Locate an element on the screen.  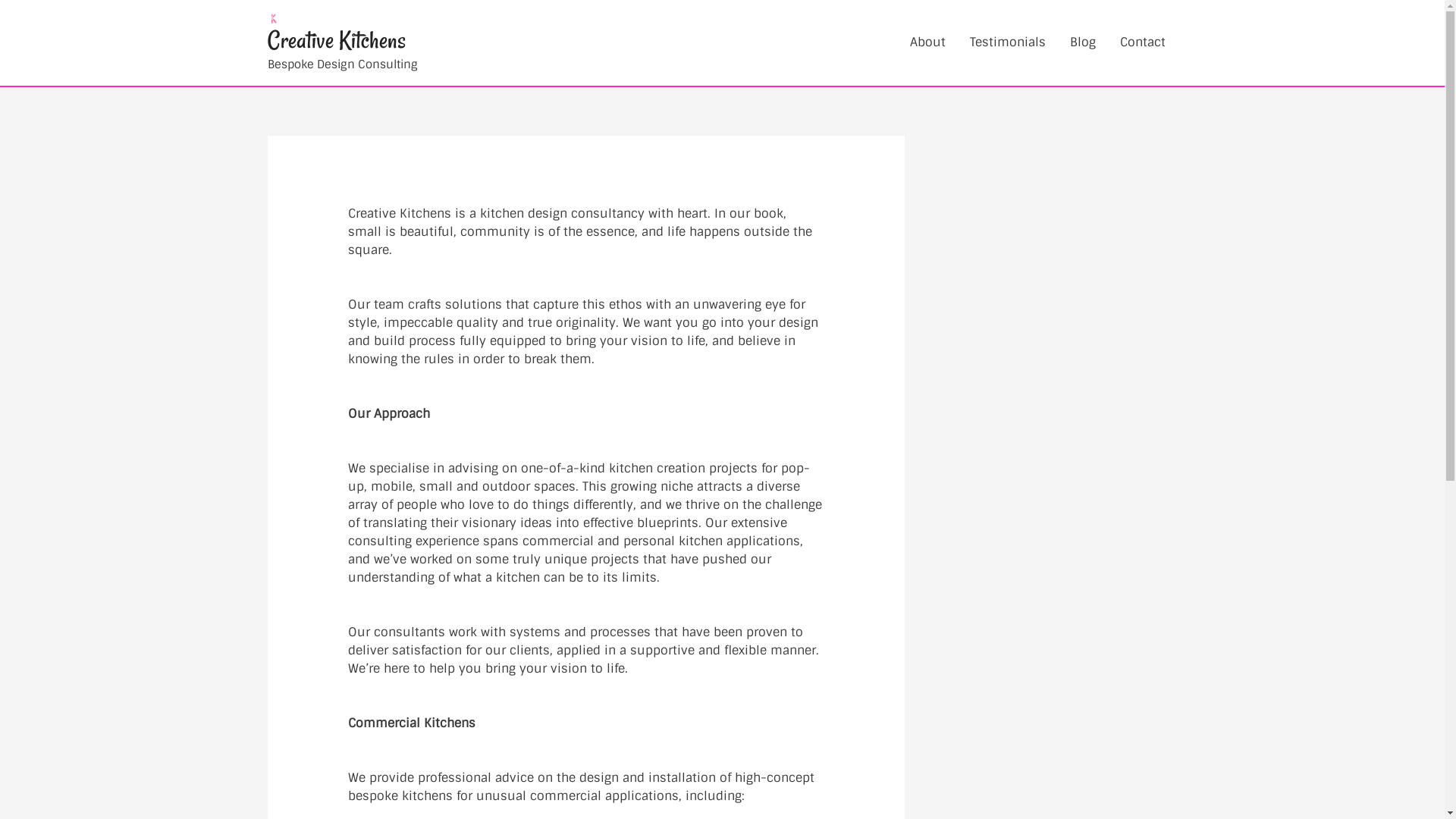
'Testimonials' is located at coordinates (1007, 42).